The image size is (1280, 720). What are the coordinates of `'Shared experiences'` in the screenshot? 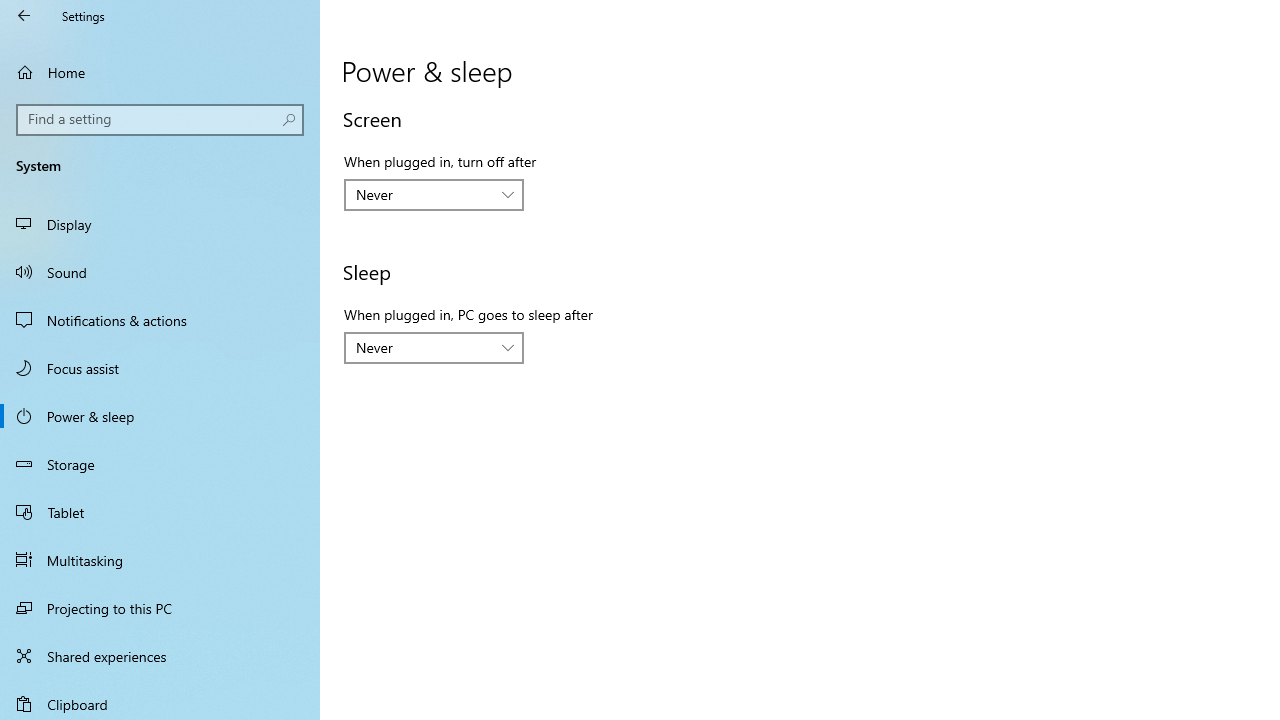 It's located at (160, 655).